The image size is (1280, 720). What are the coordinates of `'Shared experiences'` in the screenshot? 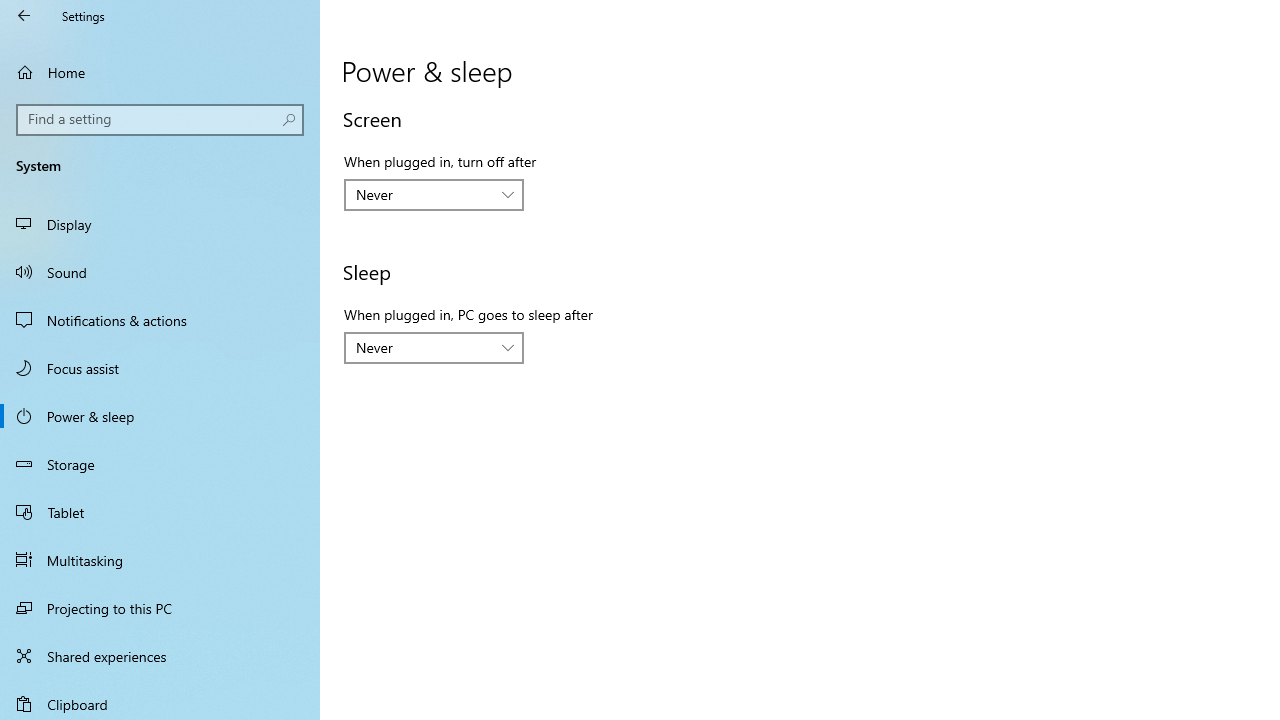 It's located at (160, 655).